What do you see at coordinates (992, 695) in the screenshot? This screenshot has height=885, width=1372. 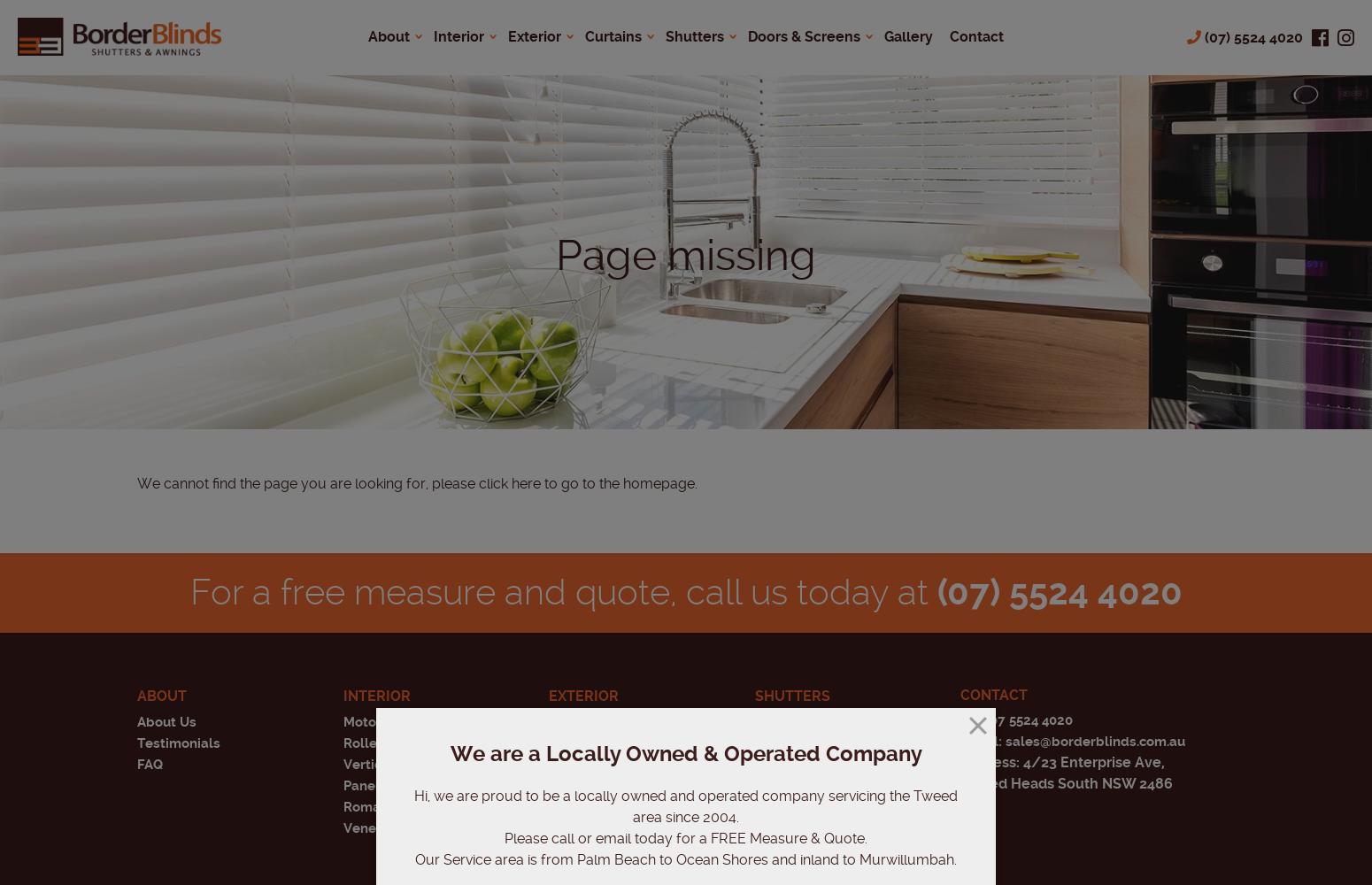 I see `'Contact'` at bounding box center [992, 695].